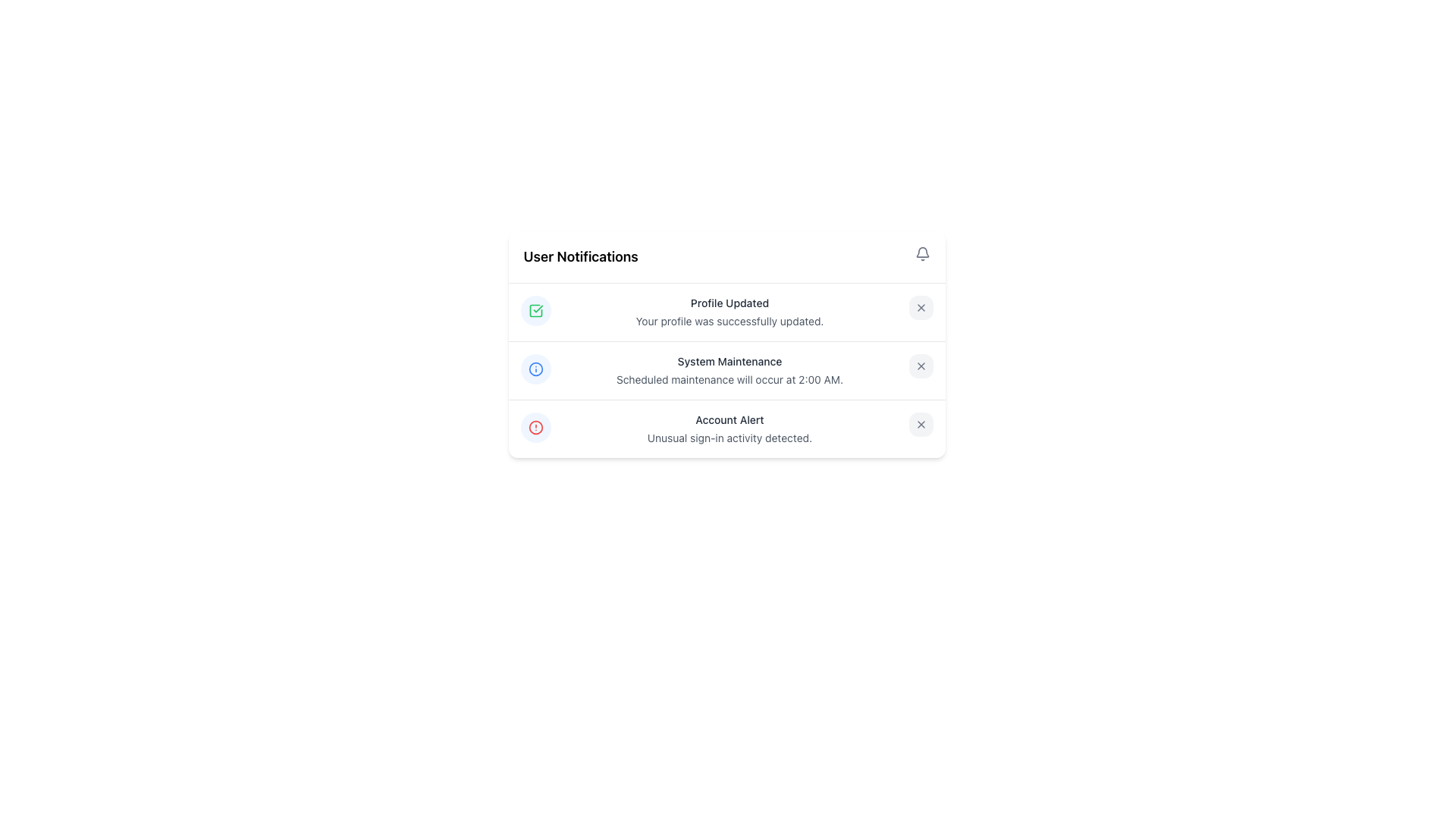  I want to click on the button with an 'X' icon located at the far-right end of the 'Account Alert' notification panel to observe its hover effects, so click(920, 424).